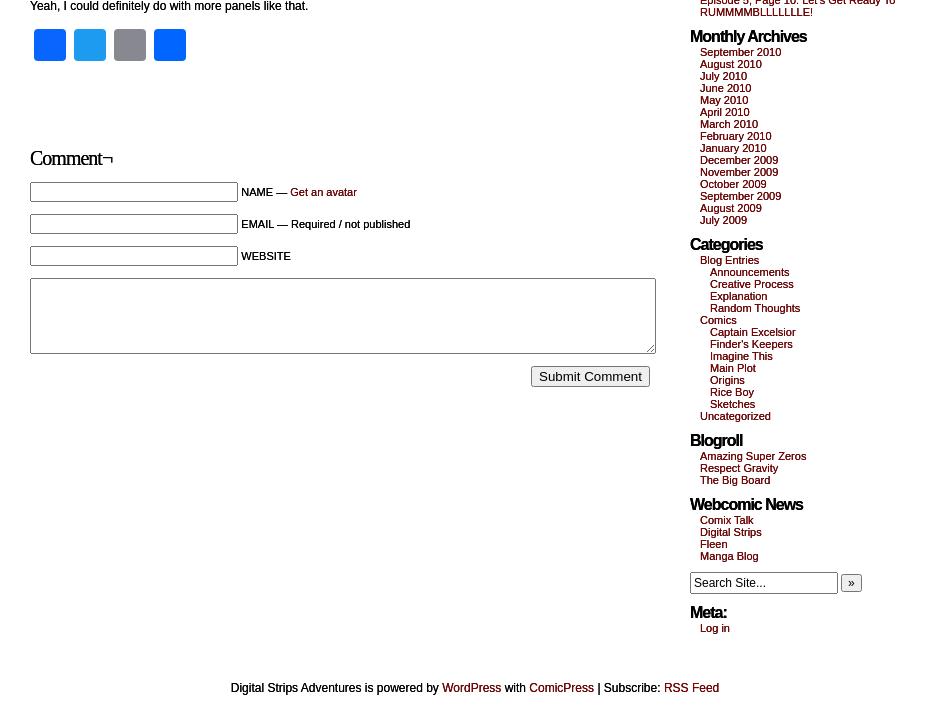 The width and height of the screenshot is (950, 725). I want to click on 'August 2009', so click(699, 207).